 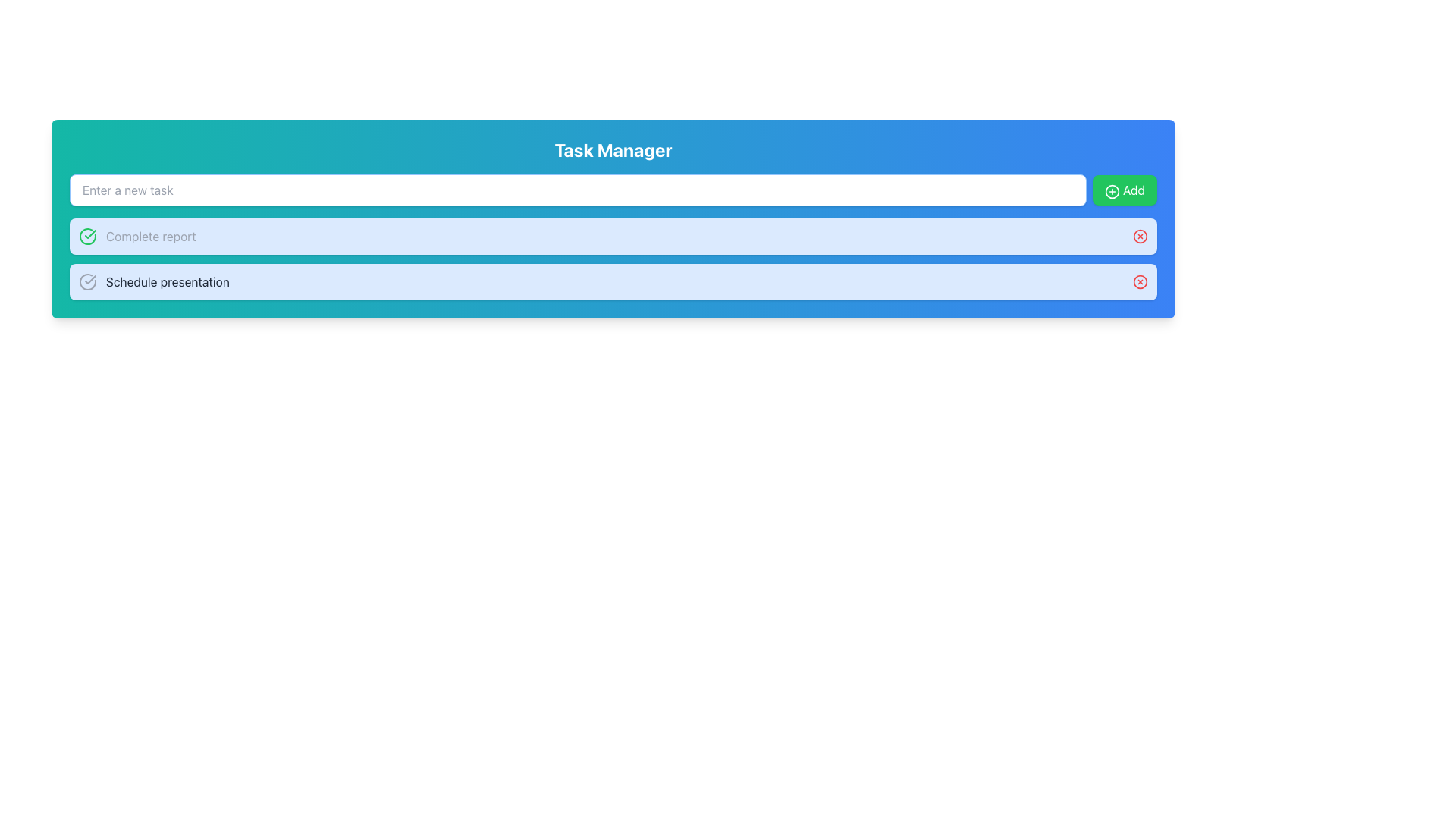 I want to click on the checkmark on the task entry labeled 'Schedule presentation' to mark it as completed, so click(x=613, y=281).